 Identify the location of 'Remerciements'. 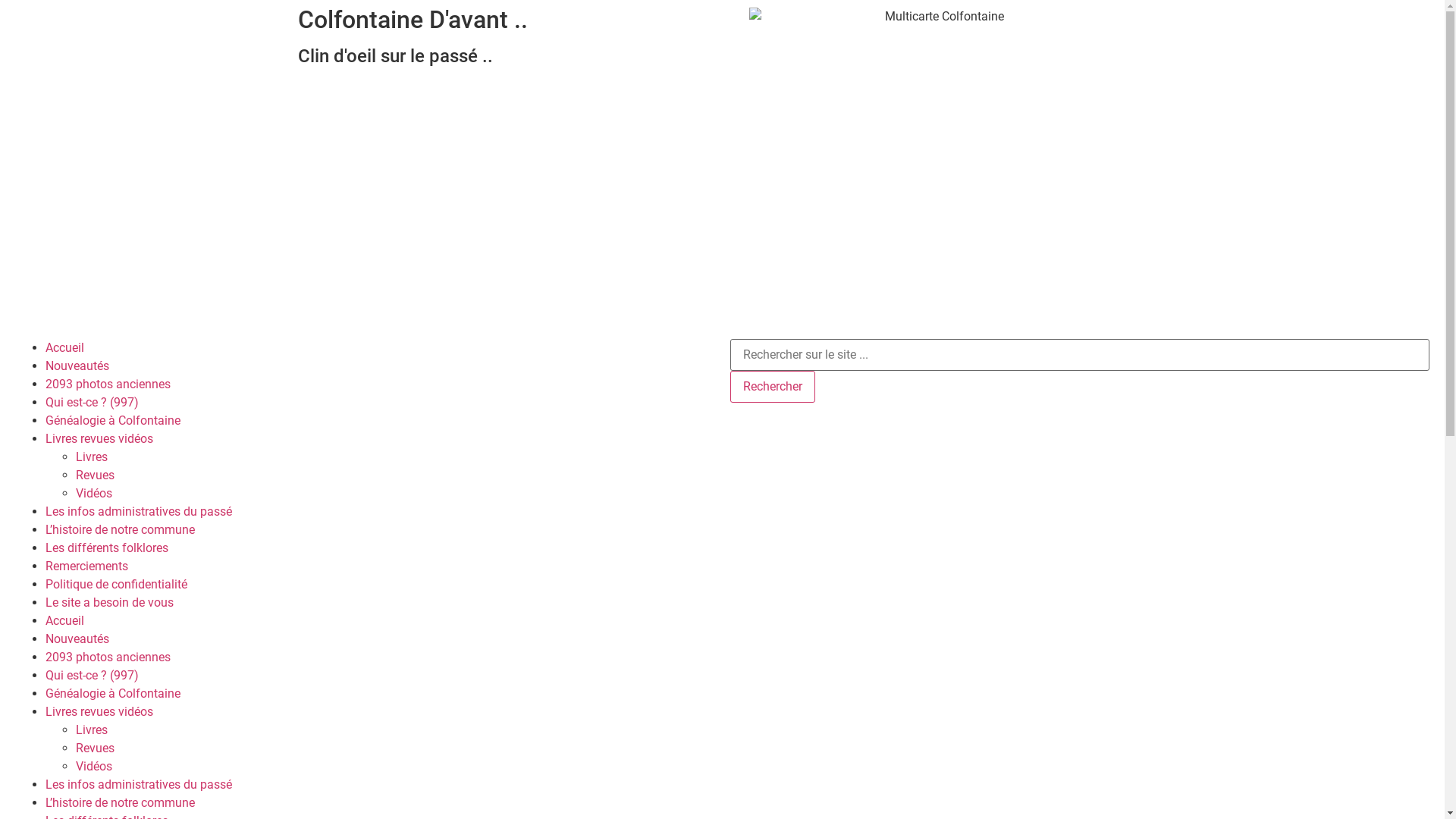
(86, 566).